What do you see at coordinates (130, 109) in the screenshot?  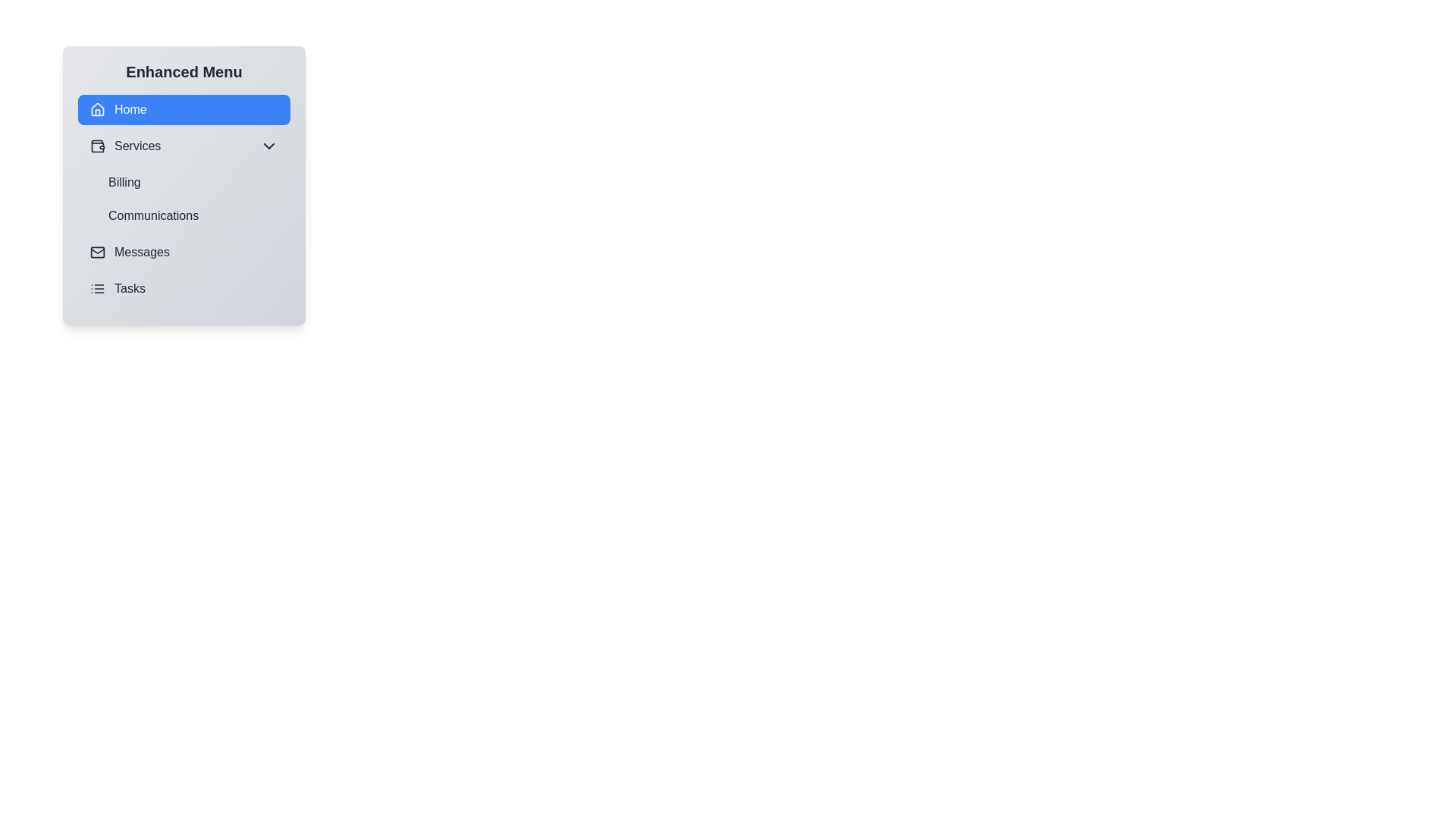 I see `the 'Home' text label in the navigation menu` at bounding box center [130, 109].